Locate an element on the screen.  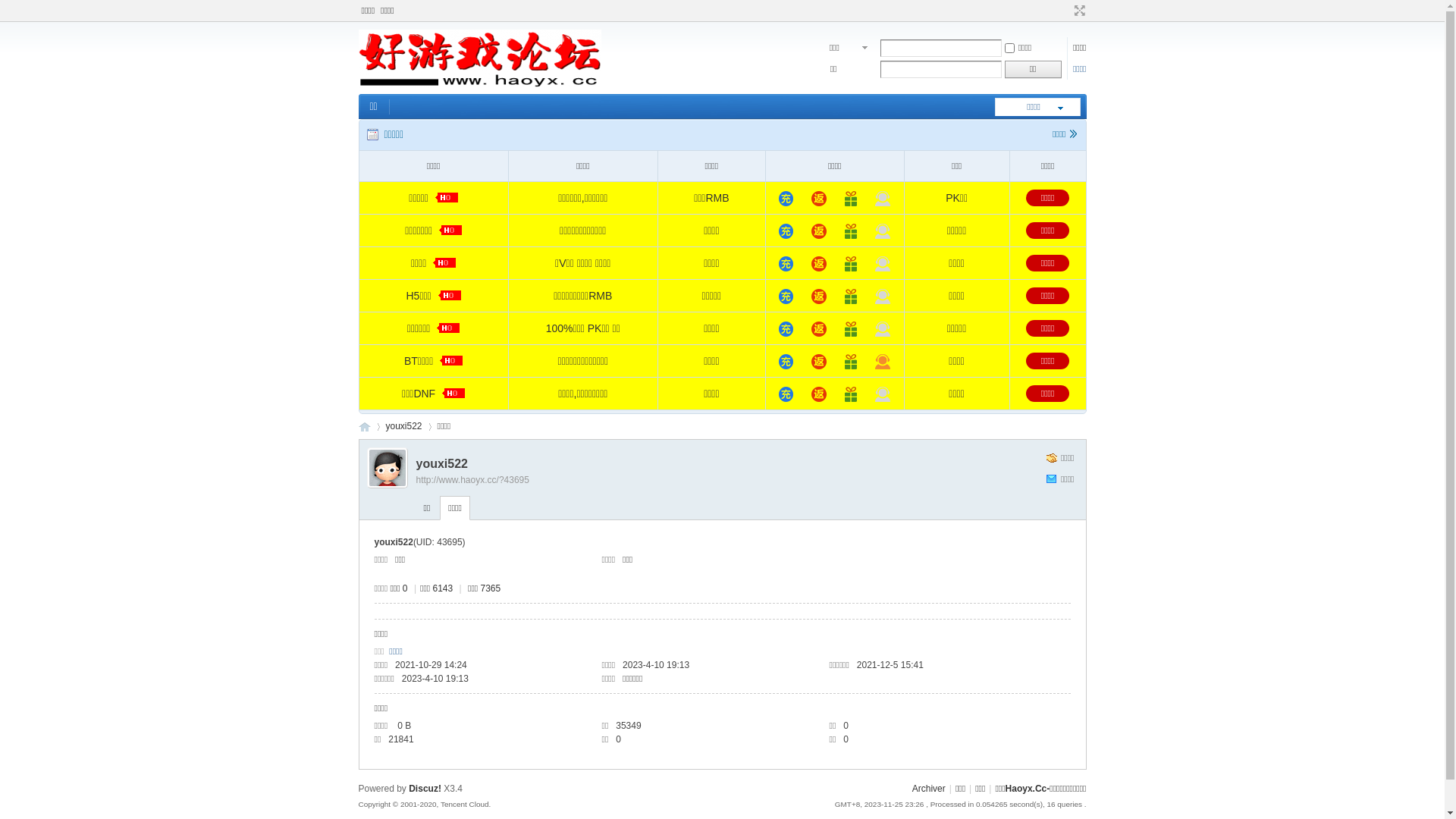
'http://www.haoyx.cc/?43695' is located at coordinates (471, 479).